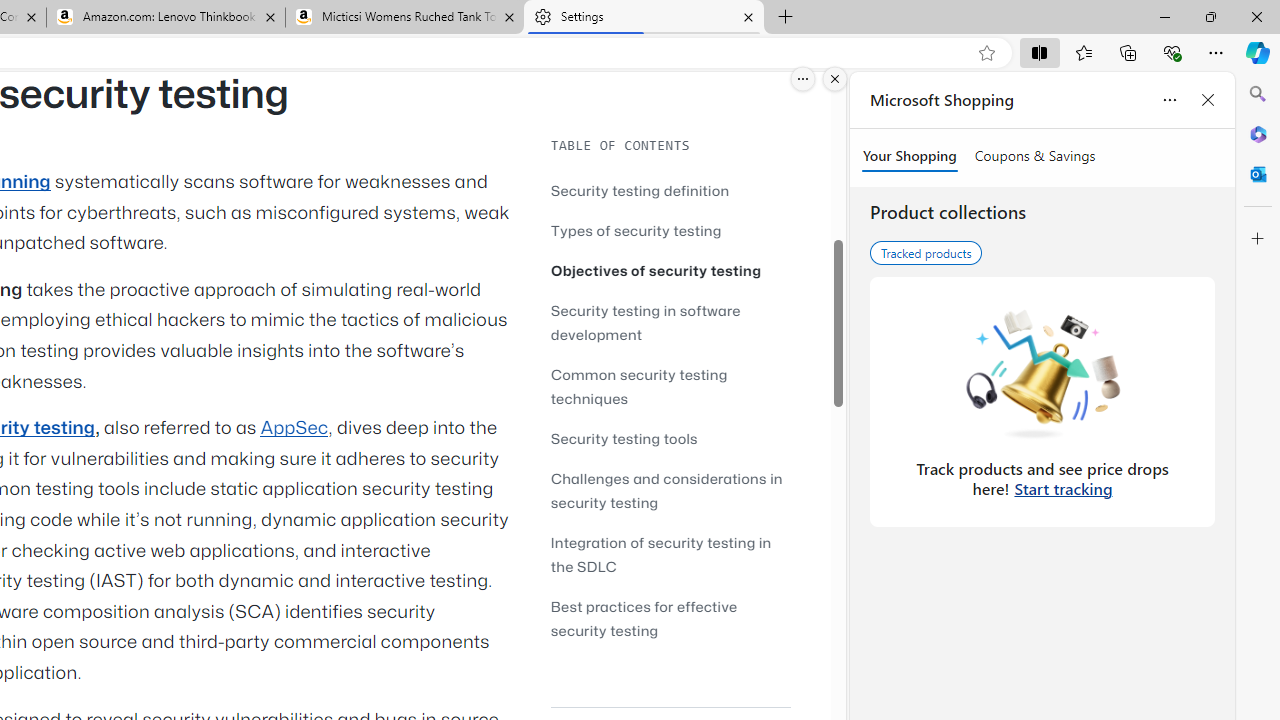 This screenshot has height=720, width=1280. Describe the element at coordinates (1164, 16) in the screenshot. I see `'Minimize'` at that location.